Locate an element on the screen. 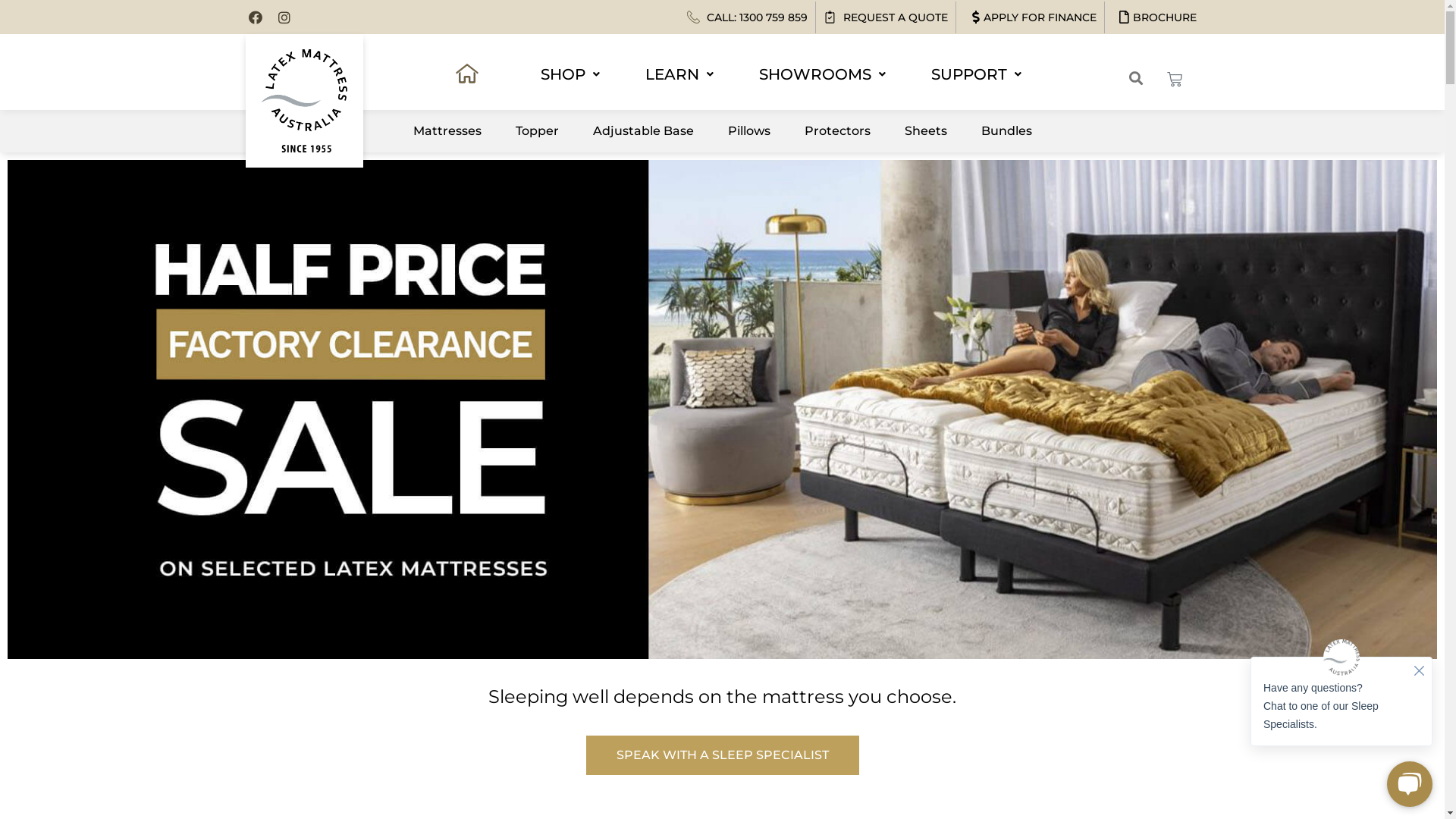  'Bundles' is located at coordinates (1006, 130).